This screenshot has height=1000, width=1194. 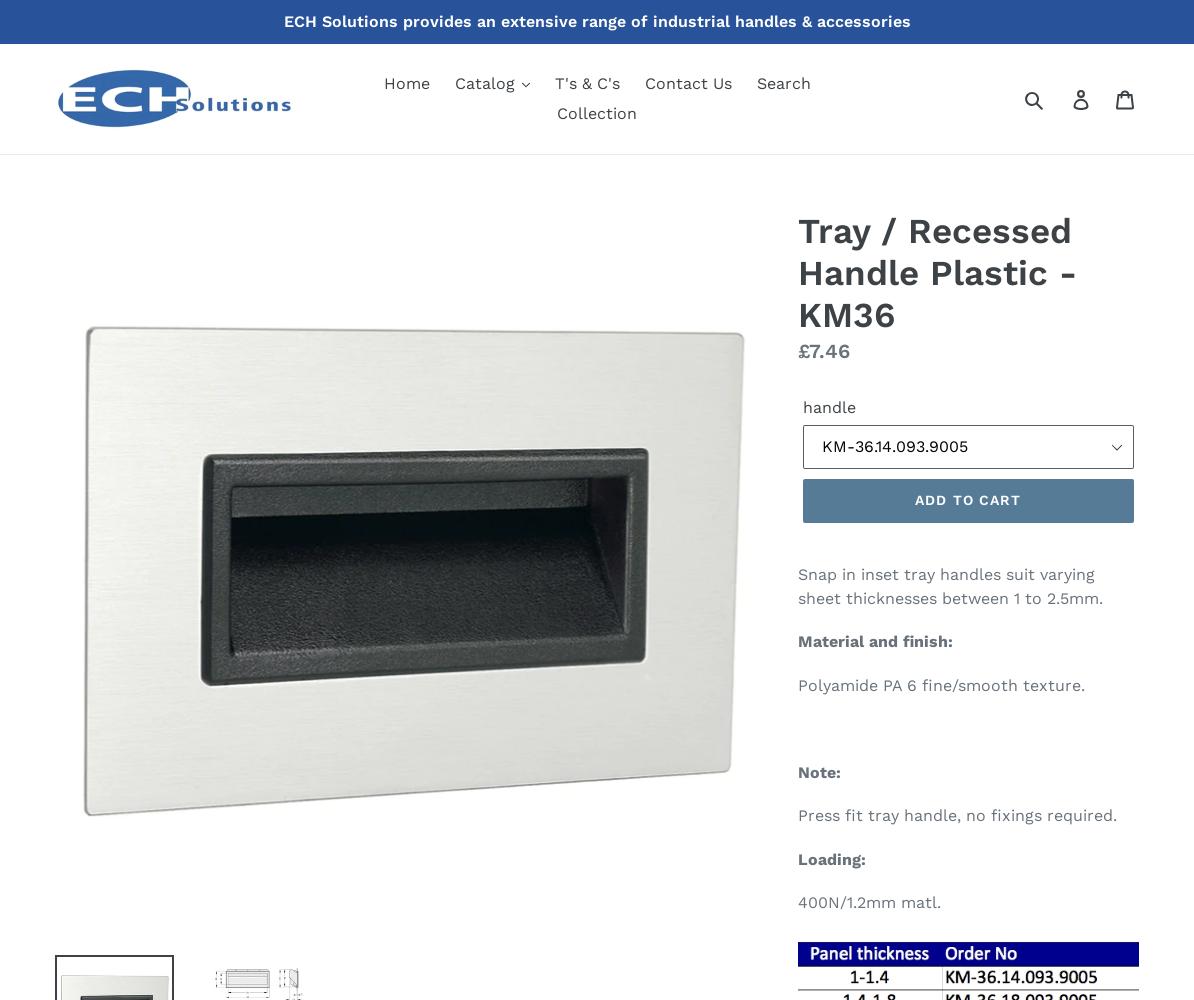 What do you see at coordinates (956, 814) in the screenshot?
I see `'Press fit tray handle, no fixings required.'` at bounding box center [956, 814].